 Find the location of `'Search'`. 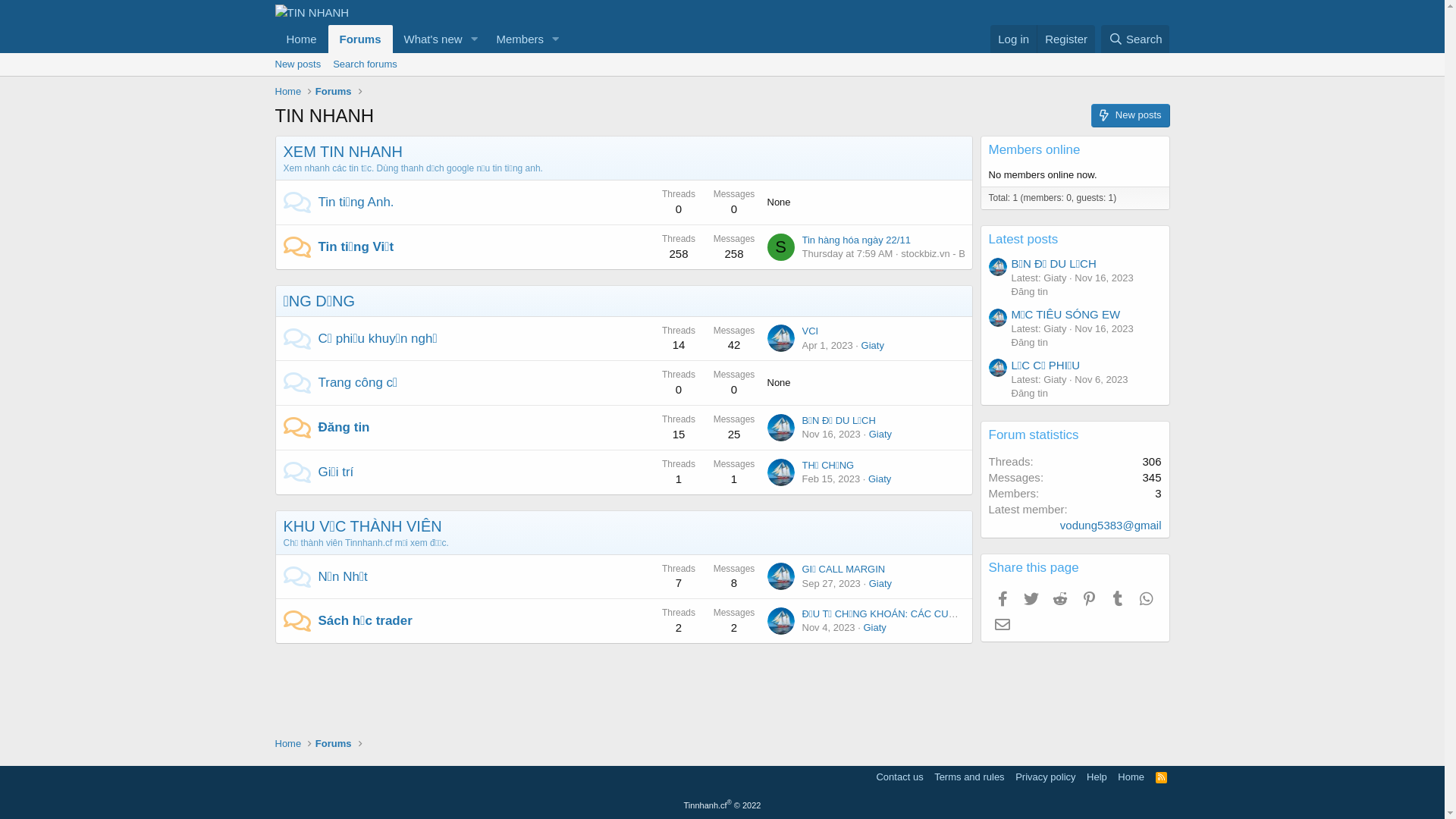

'Search' is located at coordinates (1135, 38).